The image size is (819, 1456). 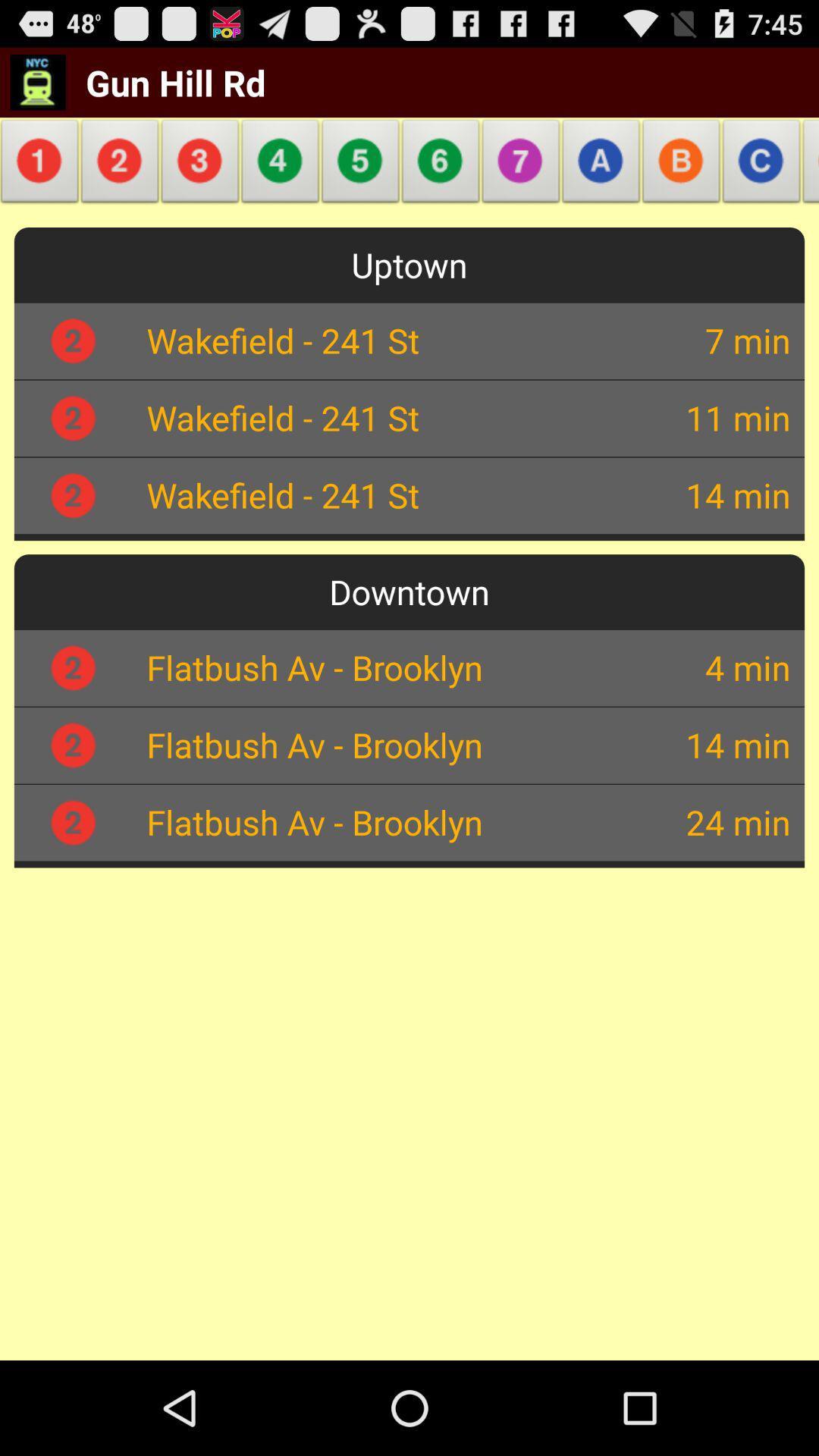 I want to click on the item below gun hill rd, so click(x=42, y=165).